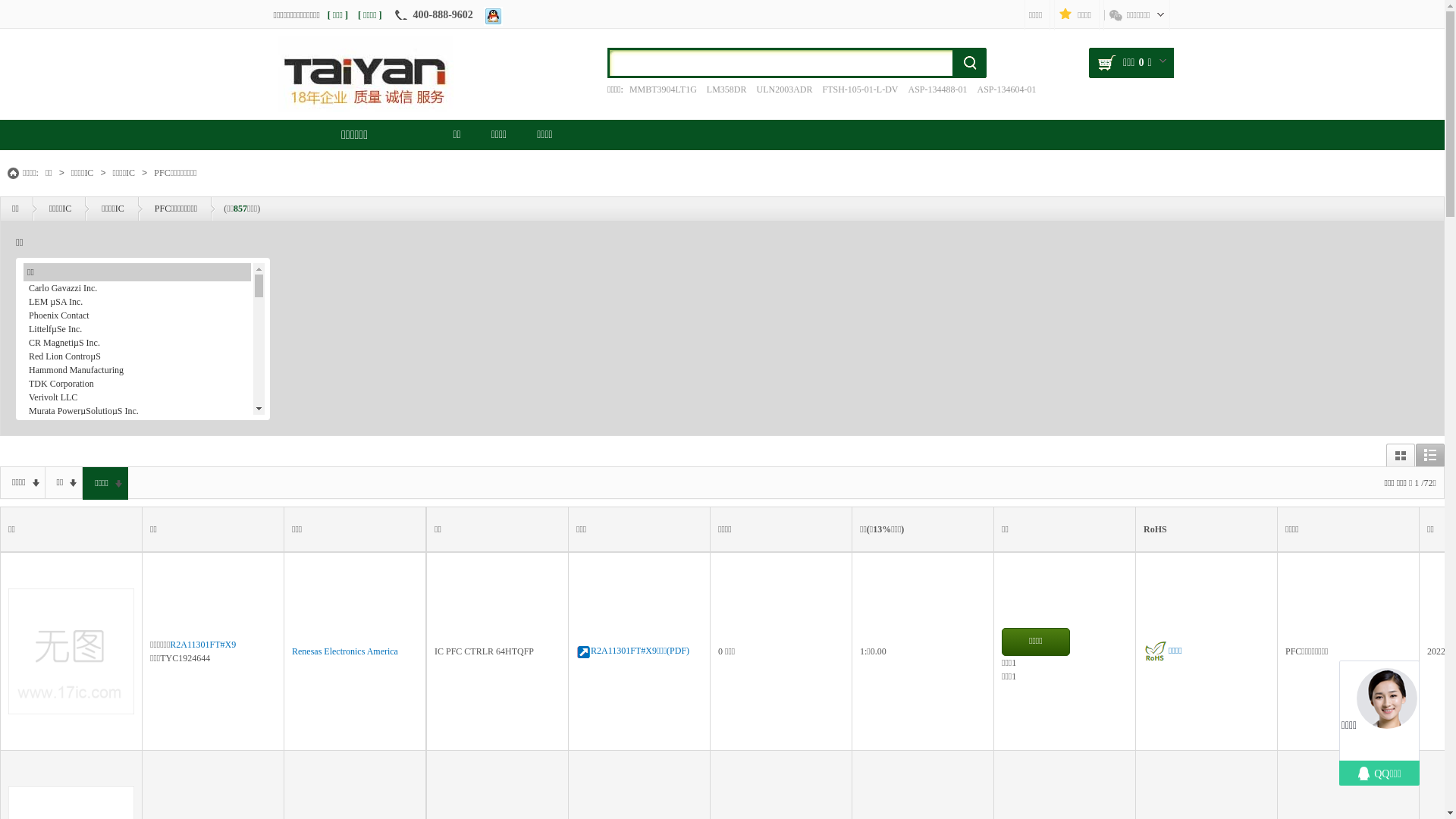 The height and width of the screenshot is (819, 1456). Describe the element at coordinates (137, 370) in the screenshot. I see `'Hammond Manufacturing'` at that location.